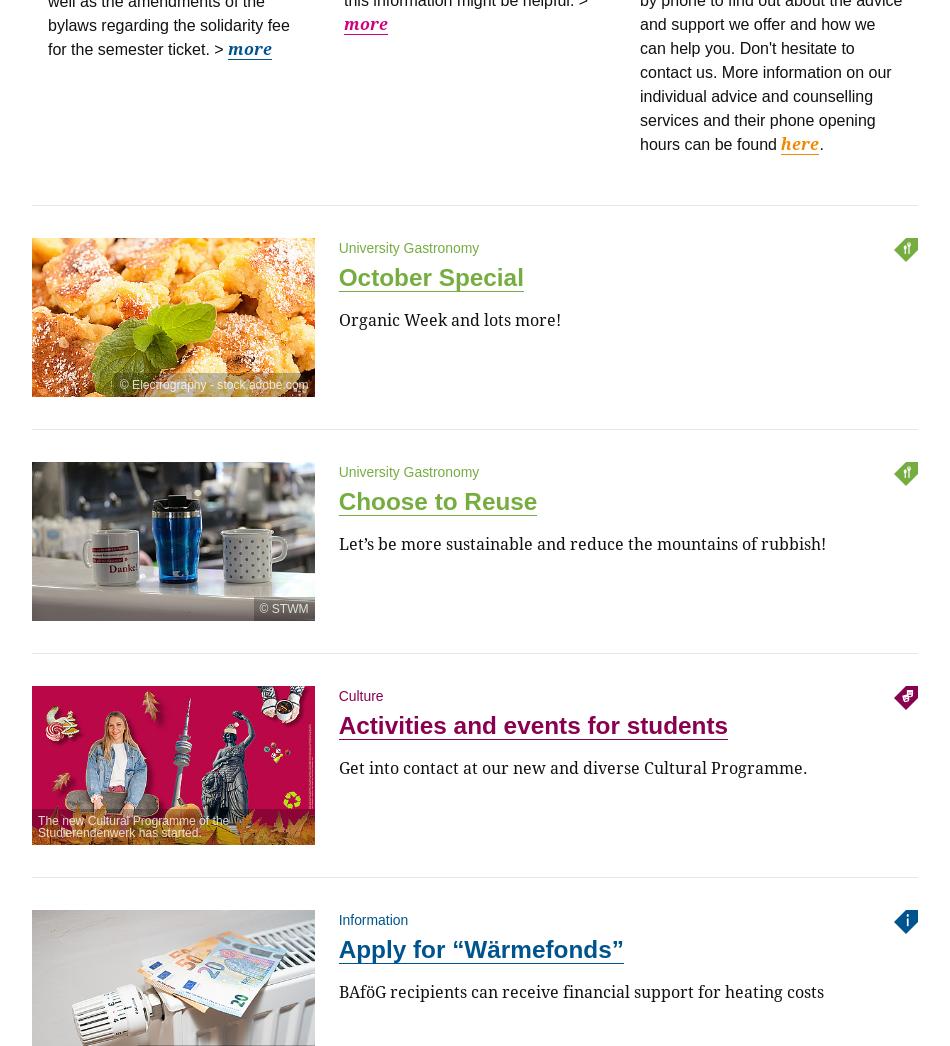 The image size is (950, 1046). What do you see at coordinates (359, 694) in the screenshot?
I see `'Culture'` at bounding box center [359, 694].